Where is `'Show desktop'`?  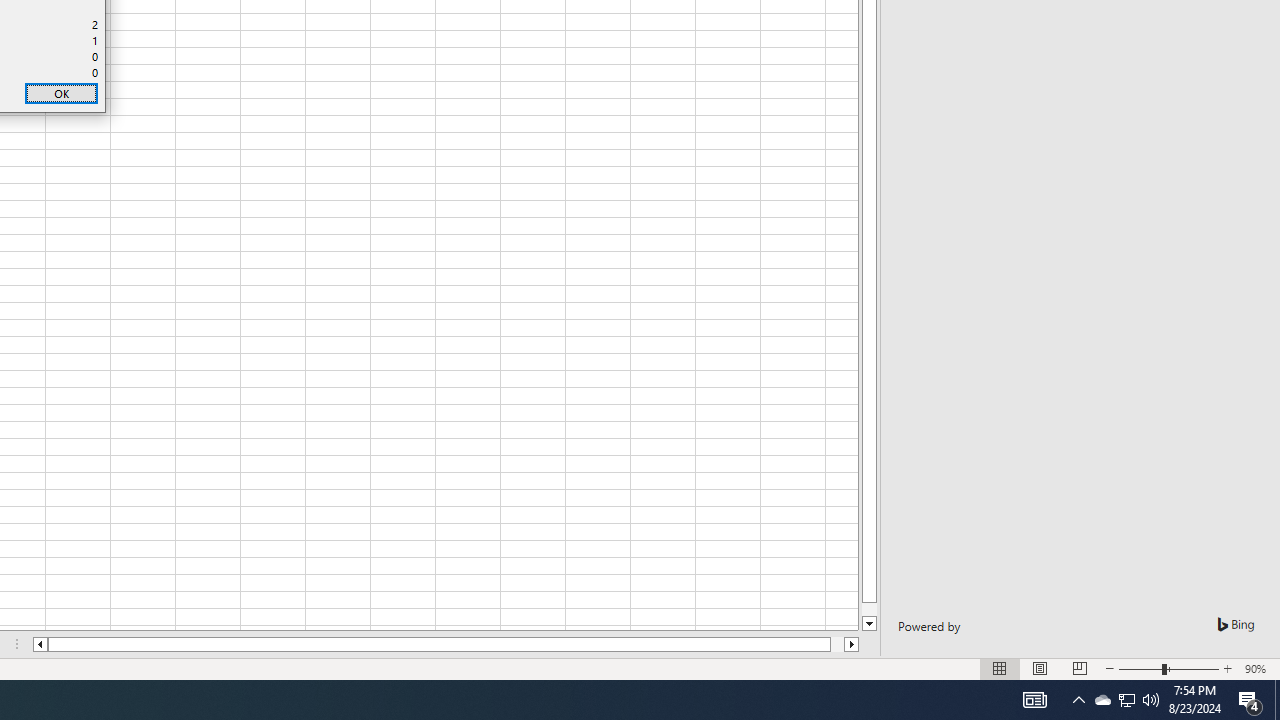
'Show desktop' is located at coordinates (1276, 698).